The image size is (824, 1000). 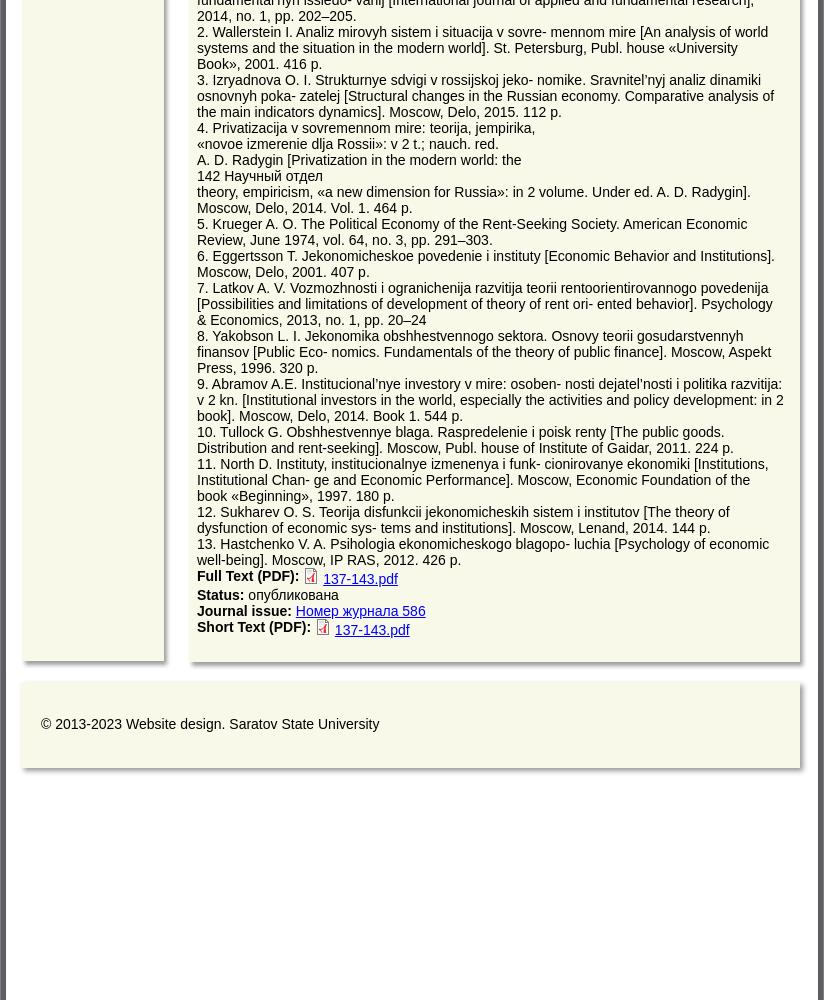 What do you see at coordinates (293, 610) in the screenshot?
I see `'Номер журнала 586'` at bounding box center [293, 610].